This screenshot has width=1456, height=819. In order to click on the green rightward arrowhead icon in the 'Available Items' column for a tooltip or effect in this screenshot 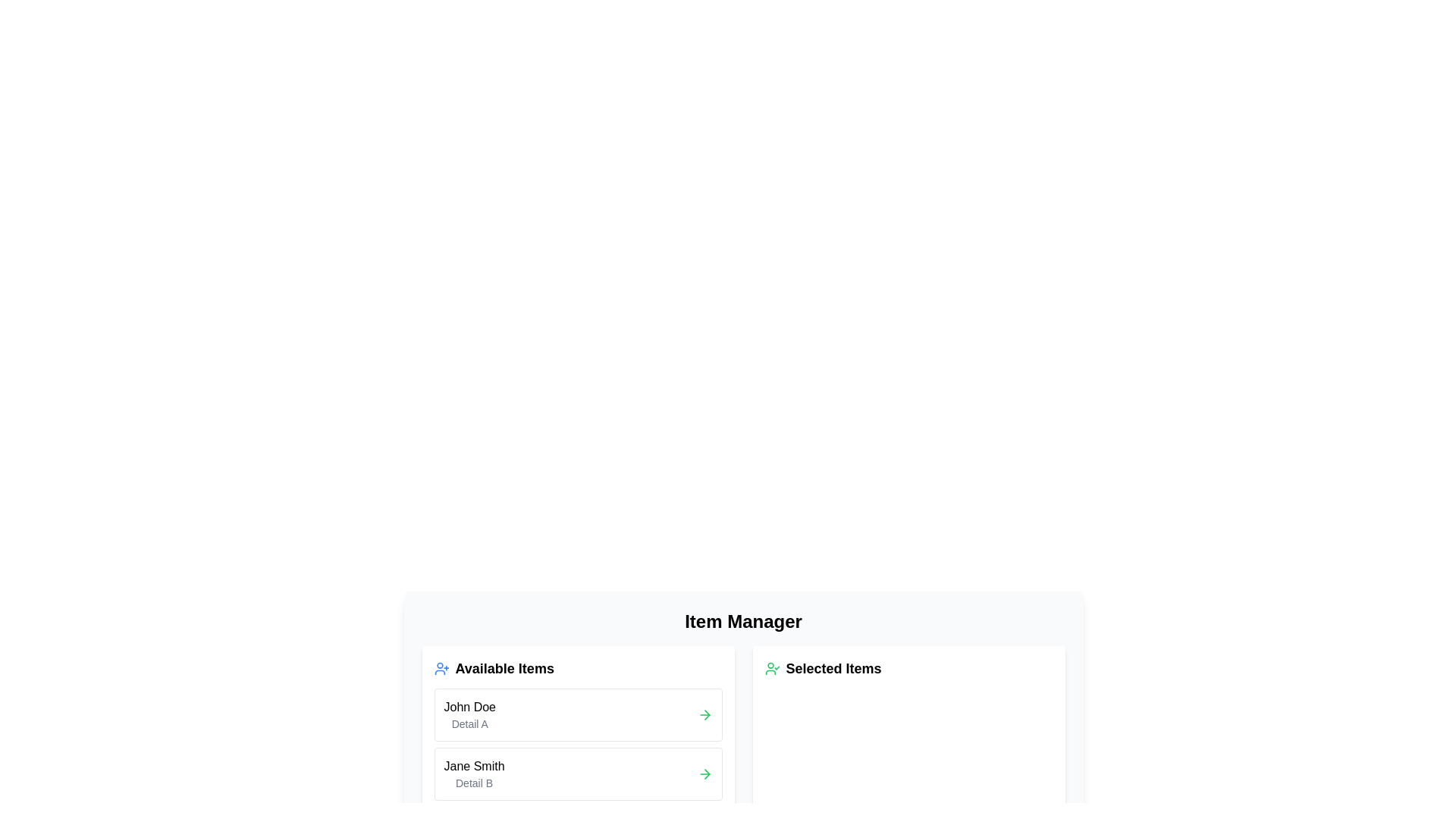, I will do `click(706, 774)`.